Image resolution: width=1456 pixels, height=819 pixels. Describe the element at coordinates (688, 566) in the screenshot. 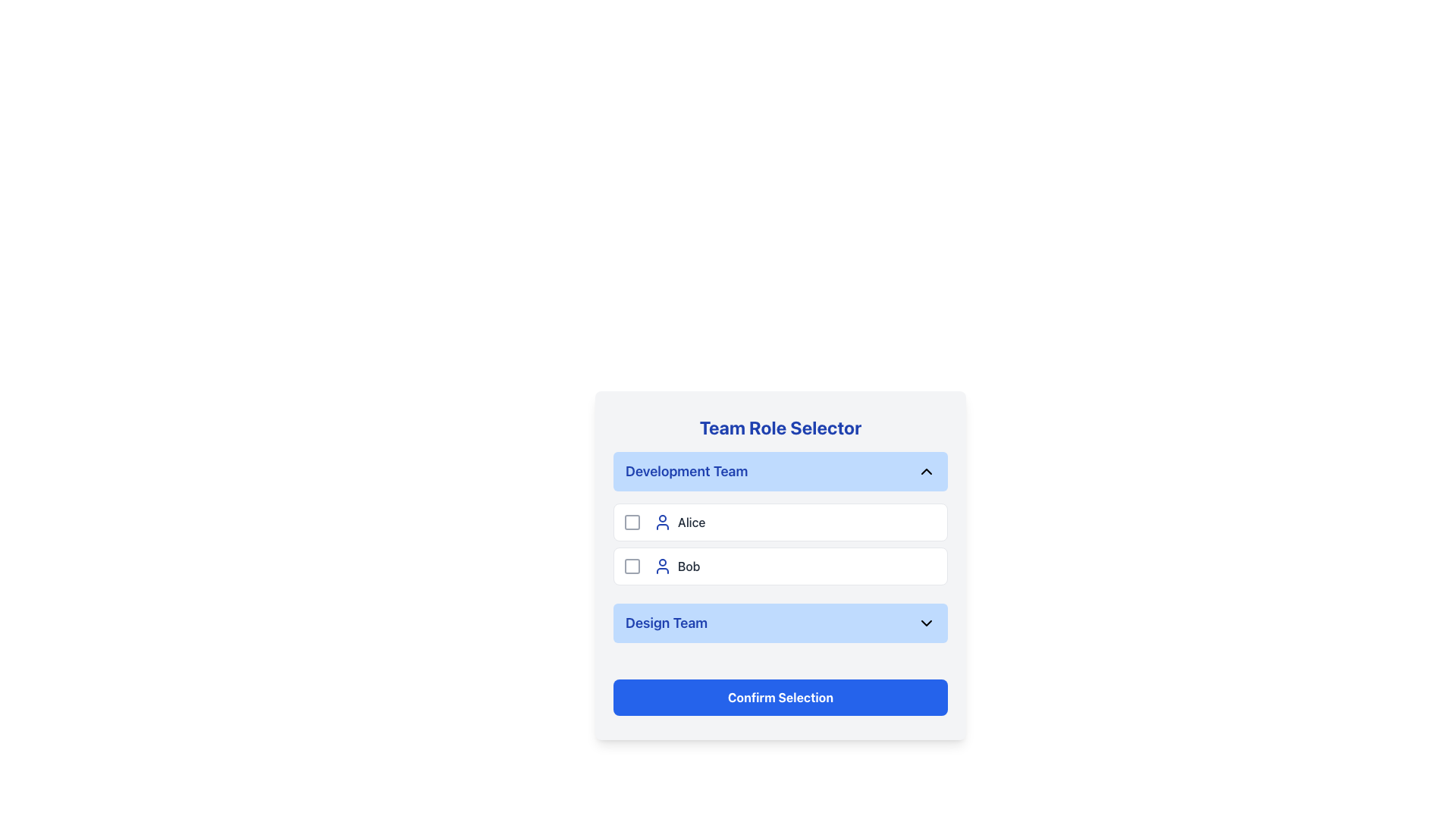

I see `the text label indicating the user name 'Bob' linked to the 'Development Team' role, positioned next to the user icon within the selection card` at that location.